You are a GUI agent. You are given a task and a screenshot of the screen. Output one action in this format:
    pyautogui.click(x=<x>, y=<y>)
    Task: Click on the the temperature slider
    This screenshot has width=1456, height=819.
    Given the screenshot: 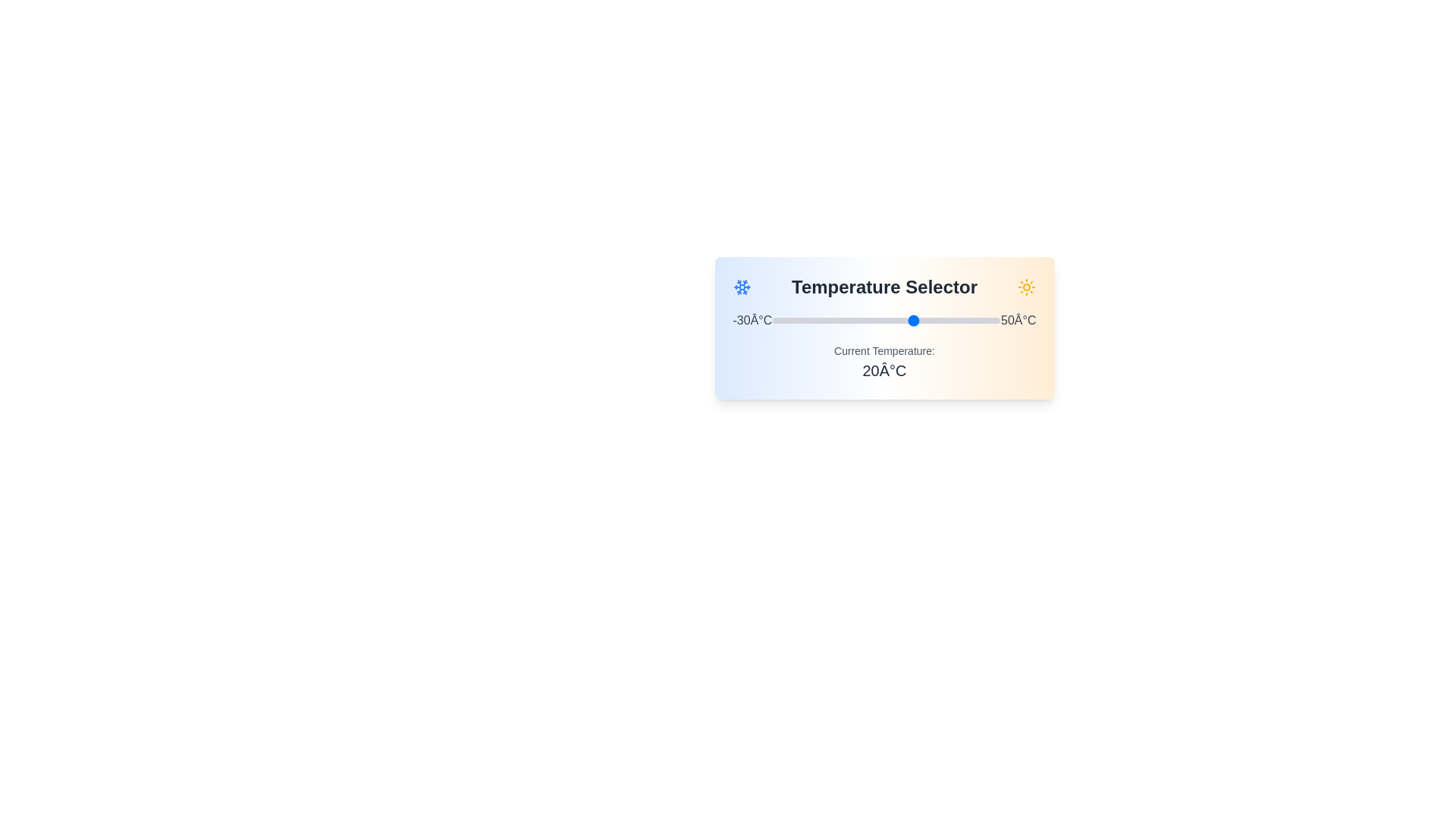 What is the action you would take?
    pyautogui.click(x=855, y=320)
    